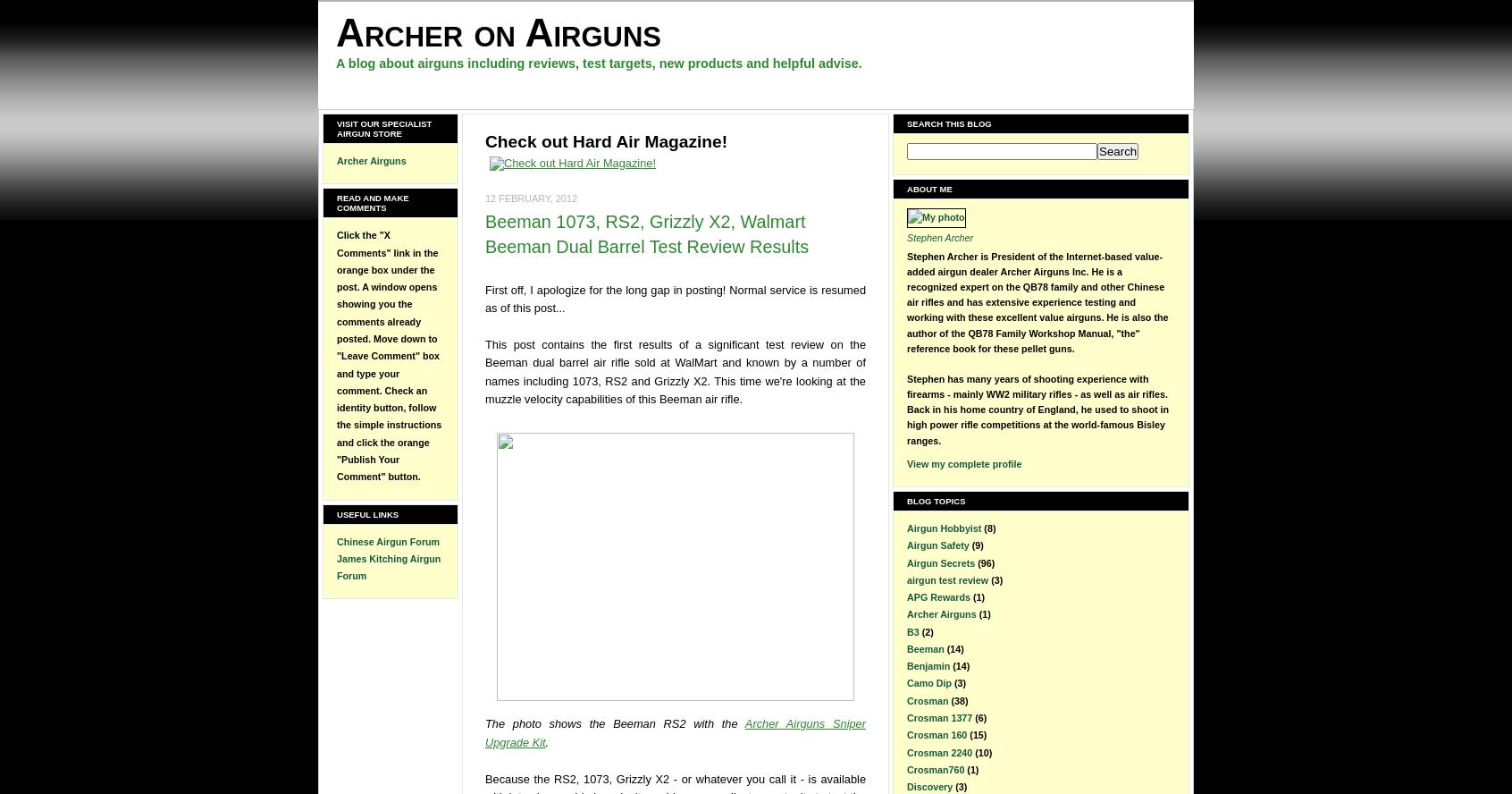  Describe the element at coordinates (646, 233) in the screenshot. I see `'Beeman 1073, RS2, Grizzly X2, Walmart Beeman Dual Barrel Test Review Results'` at that location.